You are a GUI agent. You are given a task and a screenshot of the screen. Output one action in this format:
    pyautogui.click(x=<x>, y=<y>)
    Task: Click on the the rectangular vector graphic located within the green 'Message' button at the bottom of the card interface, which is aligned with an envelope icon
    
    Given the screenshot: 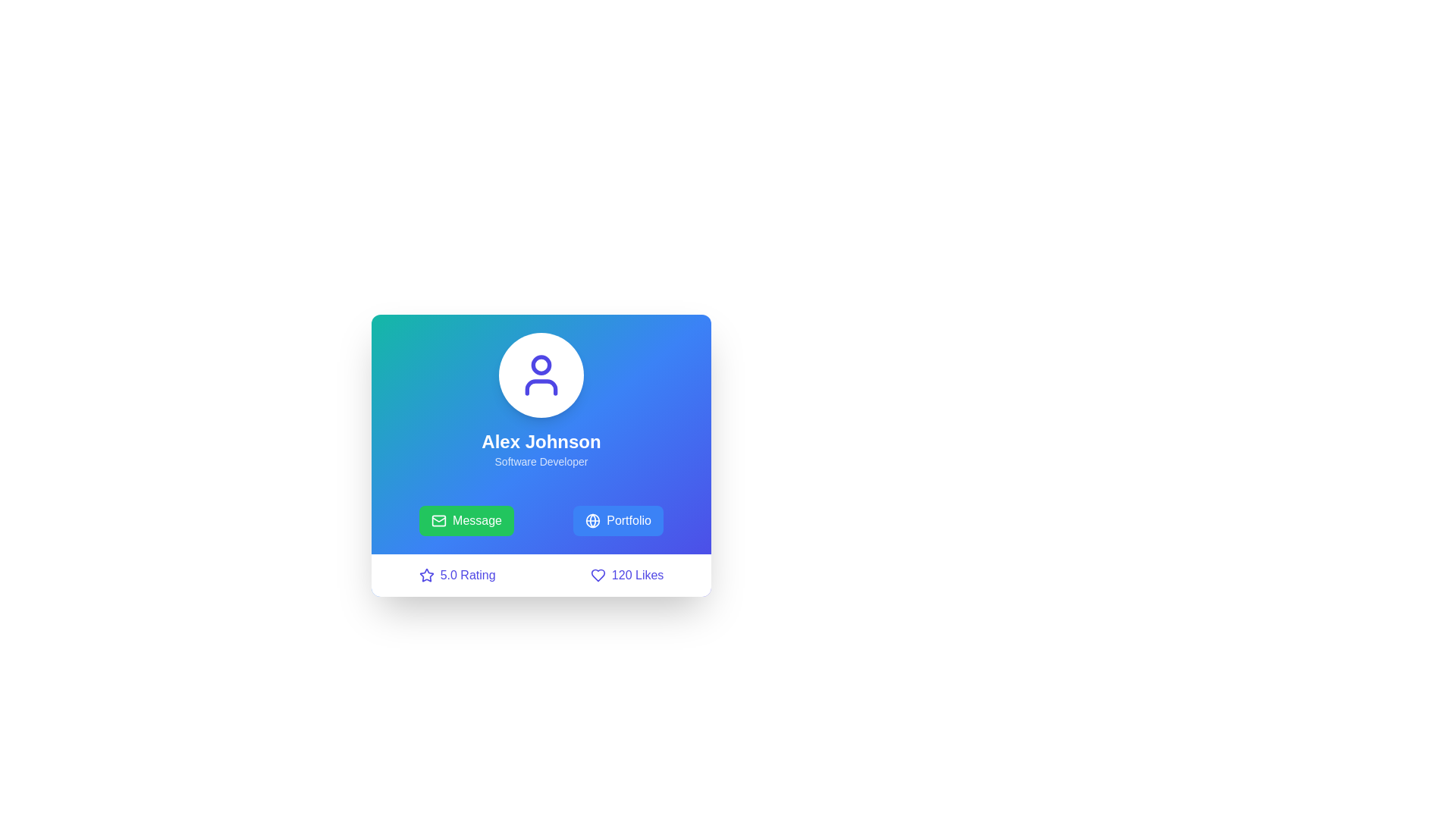 What is the action you would take?
    pyautogui.click(x=438, y=519)
    